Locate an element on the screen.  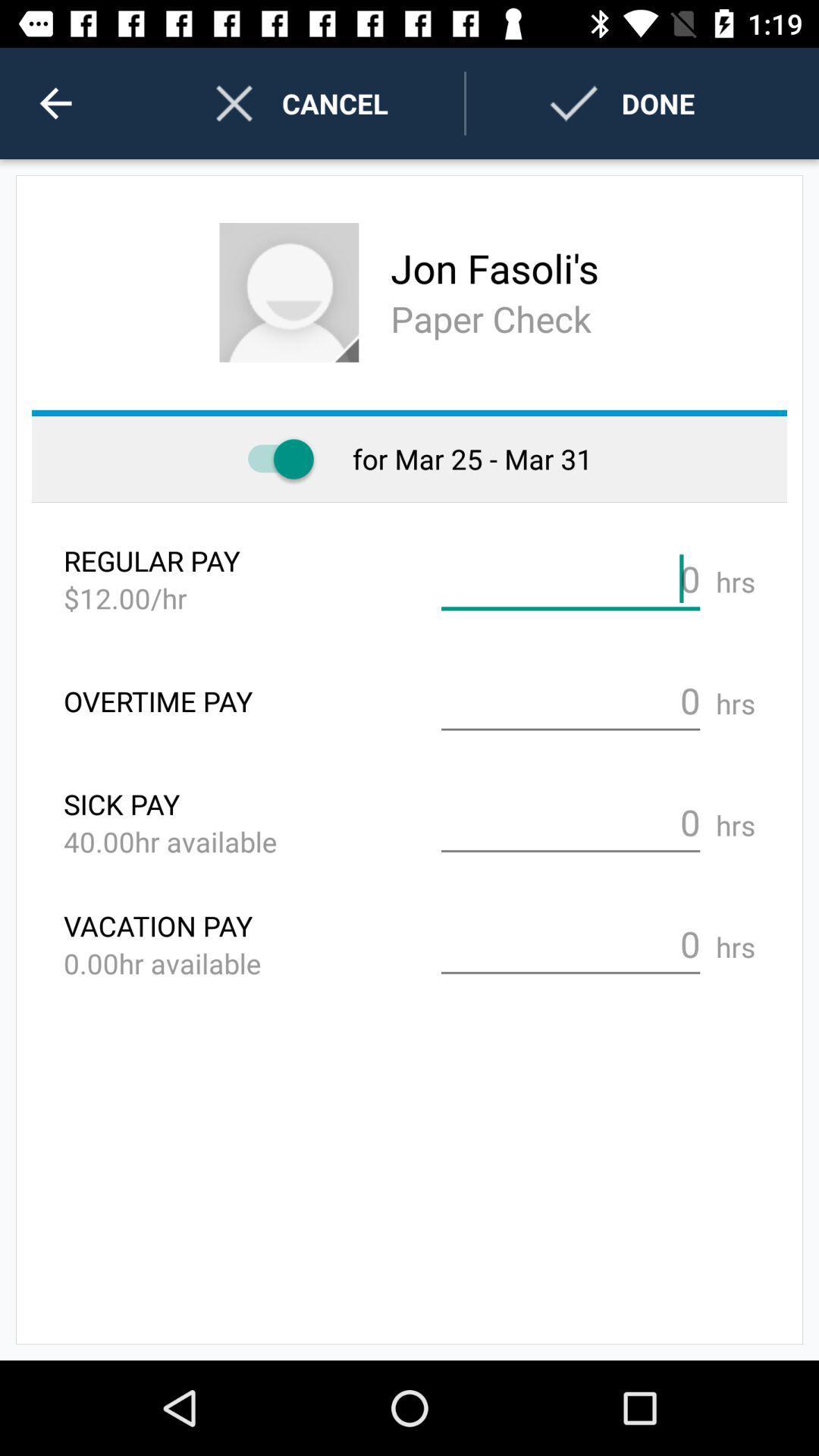
number of hours of vacation pay is located at coordinates (570, 943).